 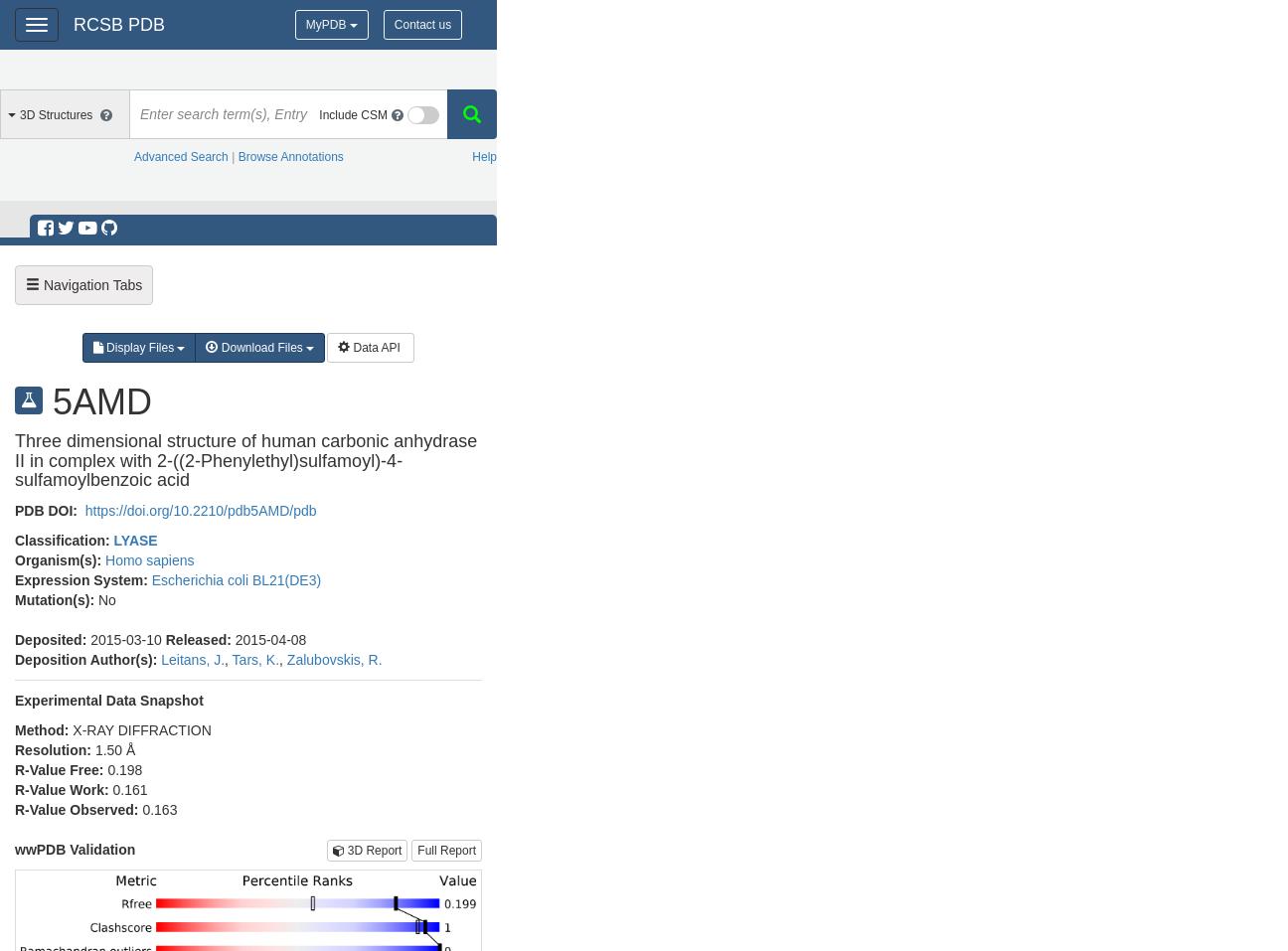 What do you see at coordinates (245, 458) in the screenshot?
I see `'Three dimensional structure of human carbonic anhydrase II in complex with 2-((2-Phenylethyl)sulfamoyl)-4-sulfamoylbenzoic acid'` at bounding box center [245, 458].